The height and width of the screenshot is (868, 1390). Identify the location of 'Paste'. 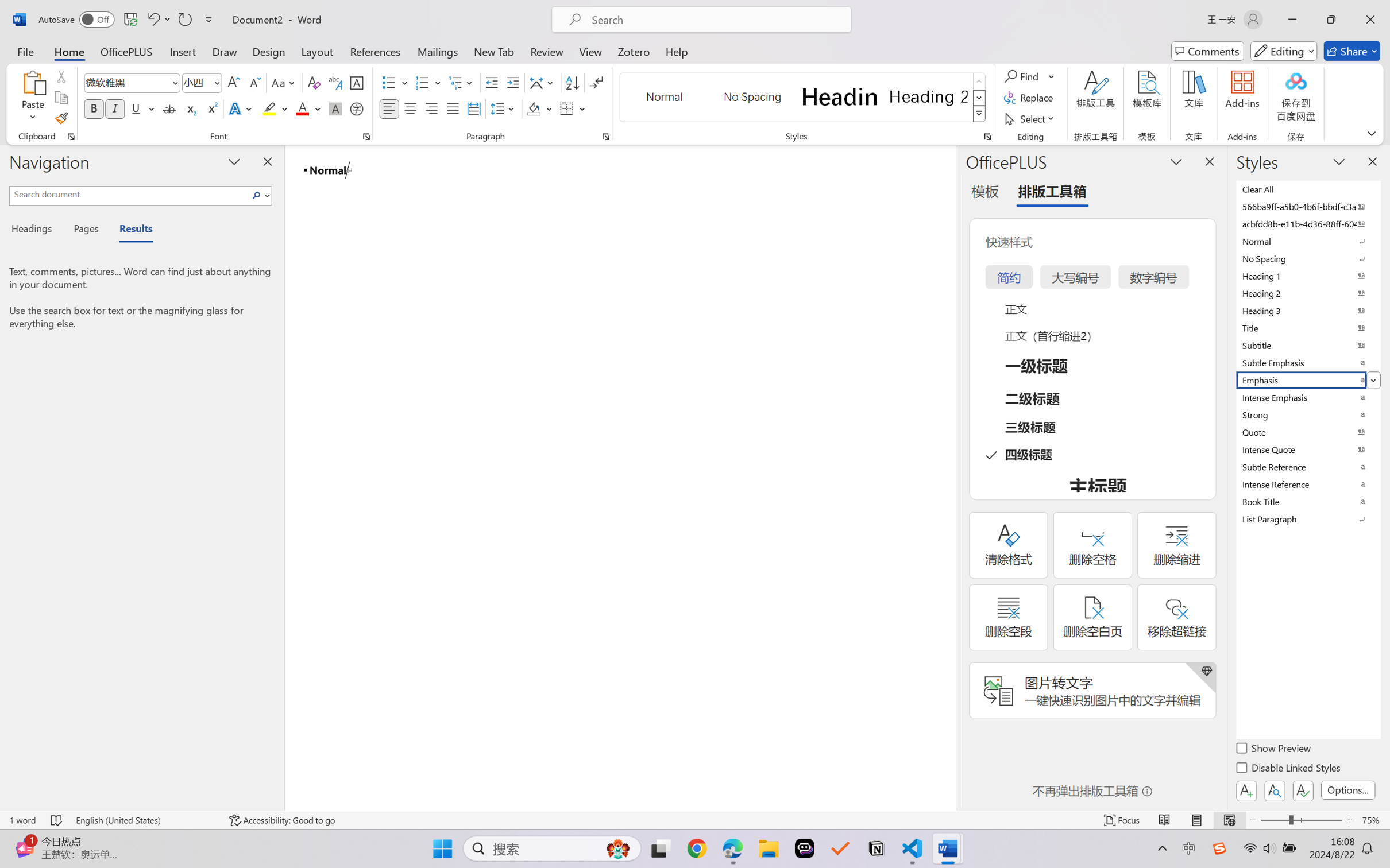
(33, 82).